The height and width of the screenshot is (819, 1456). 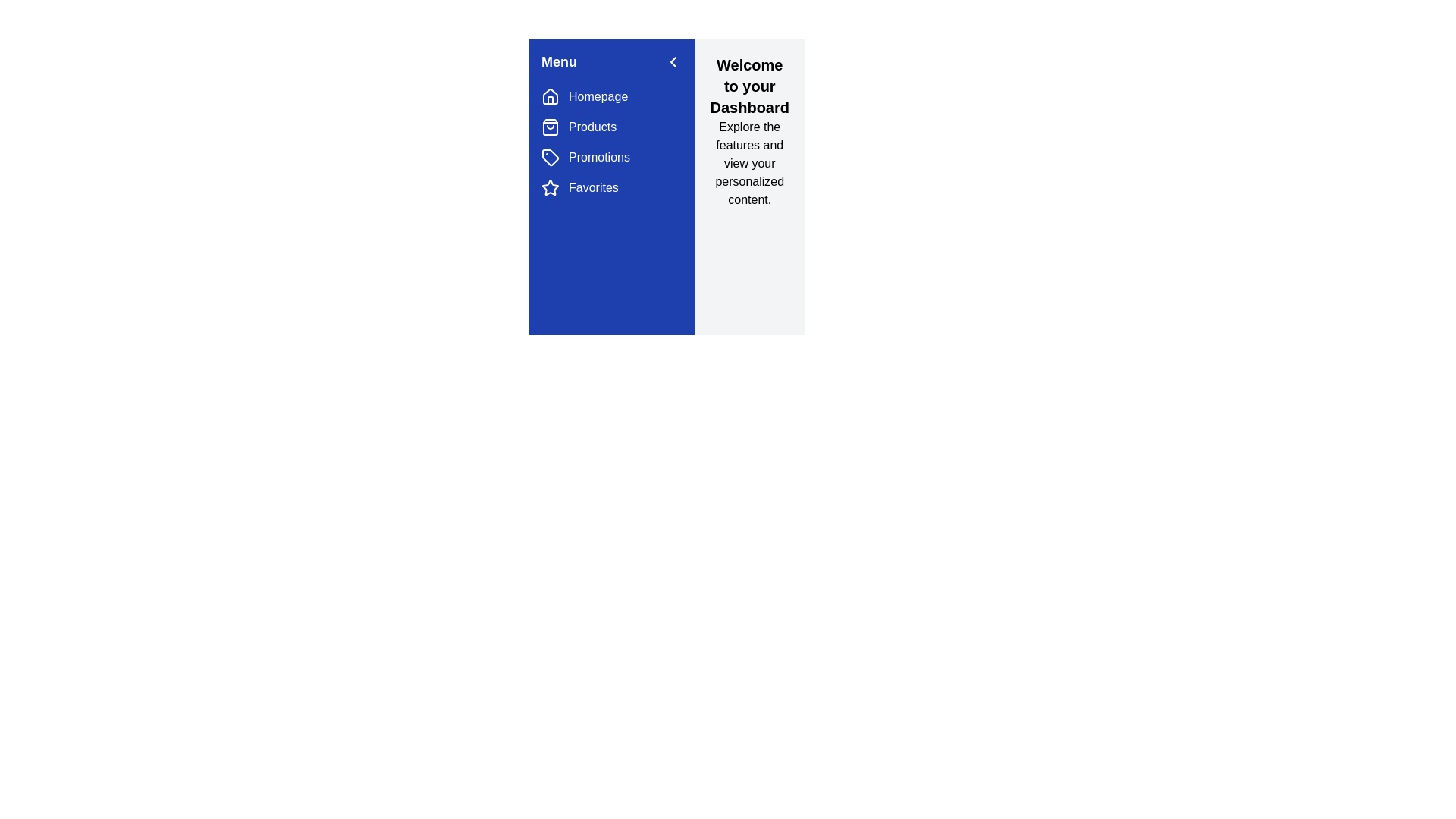 I want to click on the navigation menu item corresponding to Products, so click(x=549, y=127).